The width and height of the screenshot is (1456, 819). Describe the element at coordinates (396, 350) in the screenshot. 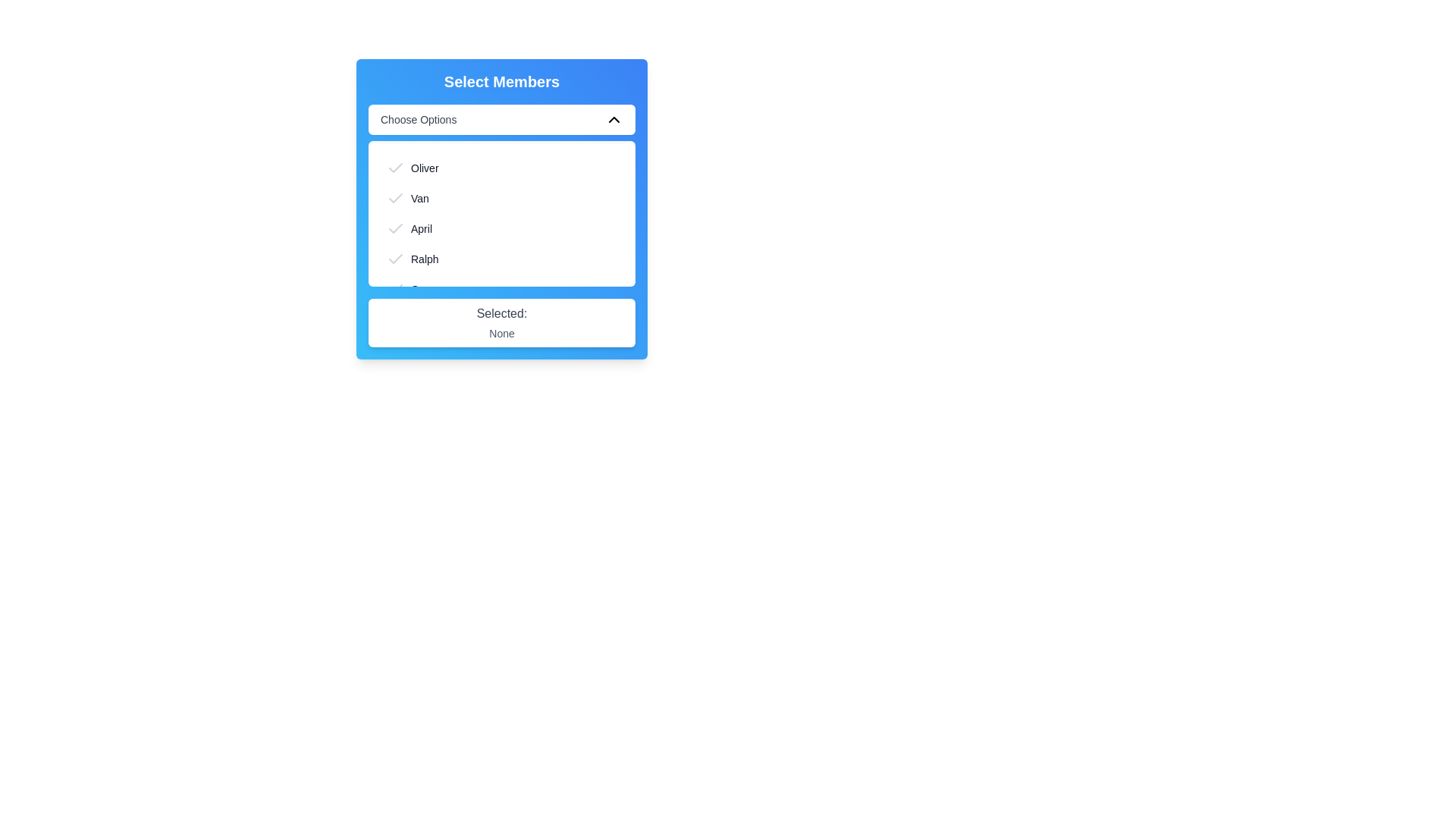

I see `the checkmark icon located at the bottom-center of the 'Select Members' dialog box, underneath the 'Selected: None' label` at that location.